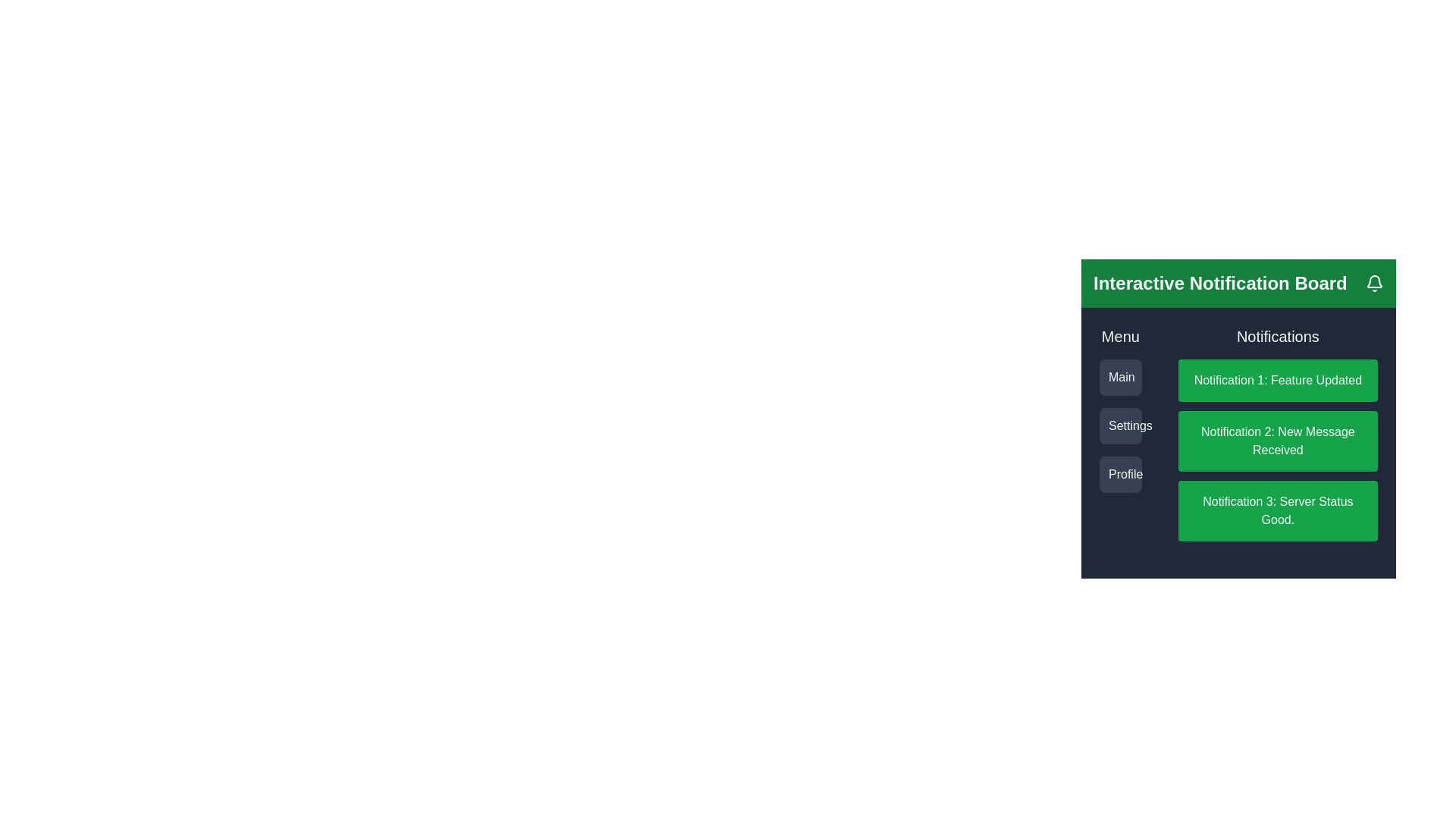  Describe the element at coordinates (1220, 284) in the screenshot. I see `text label displaying 'Interactive Notification Board' which is in a bold and large font, colored white on a green background, located in the upper-central part of the interface` at that location.